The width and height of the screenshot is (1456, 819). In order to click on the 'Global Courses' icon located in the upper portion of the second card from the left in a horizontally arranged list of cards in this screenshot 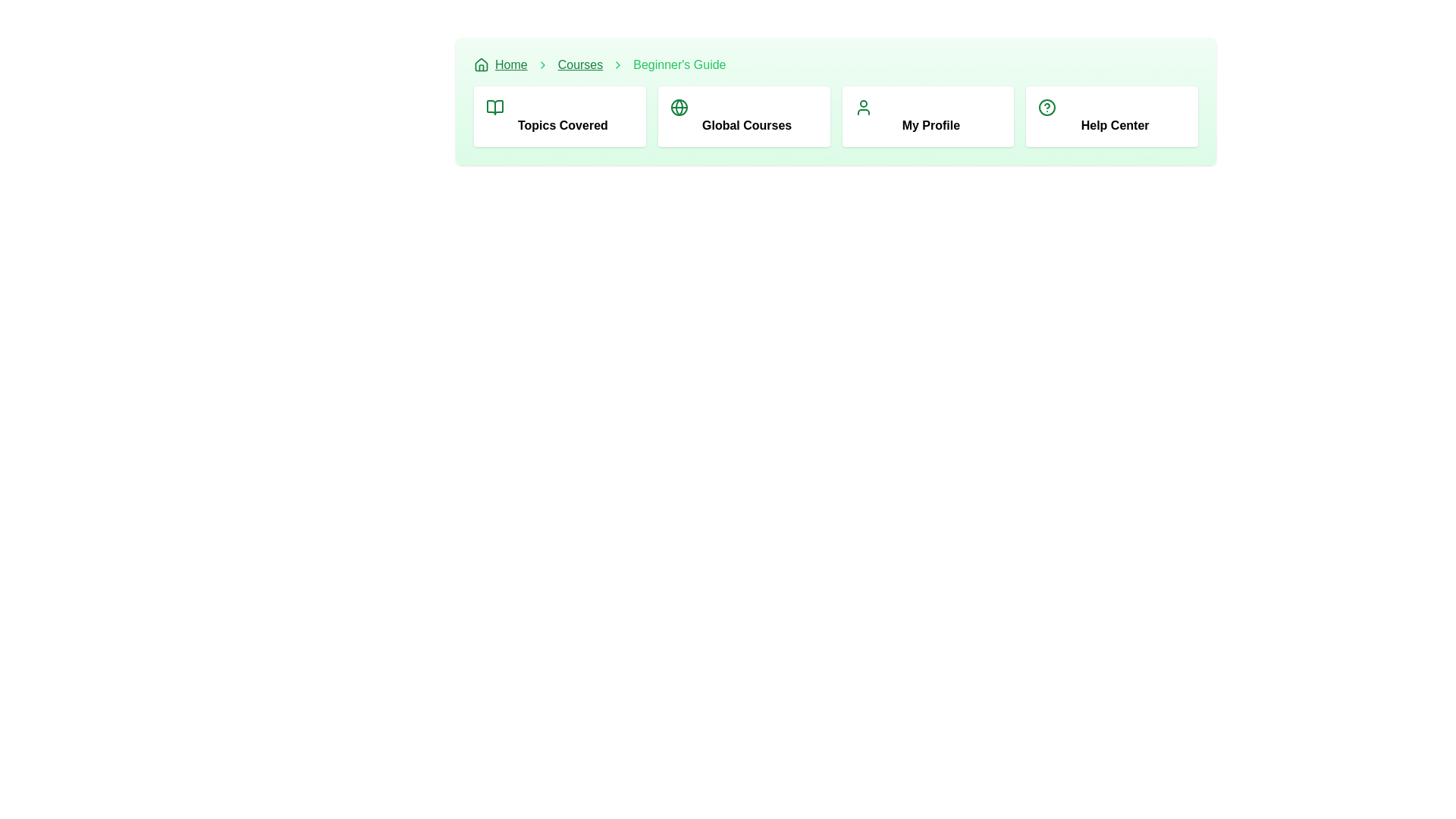, I will do `click(678, 107)`.